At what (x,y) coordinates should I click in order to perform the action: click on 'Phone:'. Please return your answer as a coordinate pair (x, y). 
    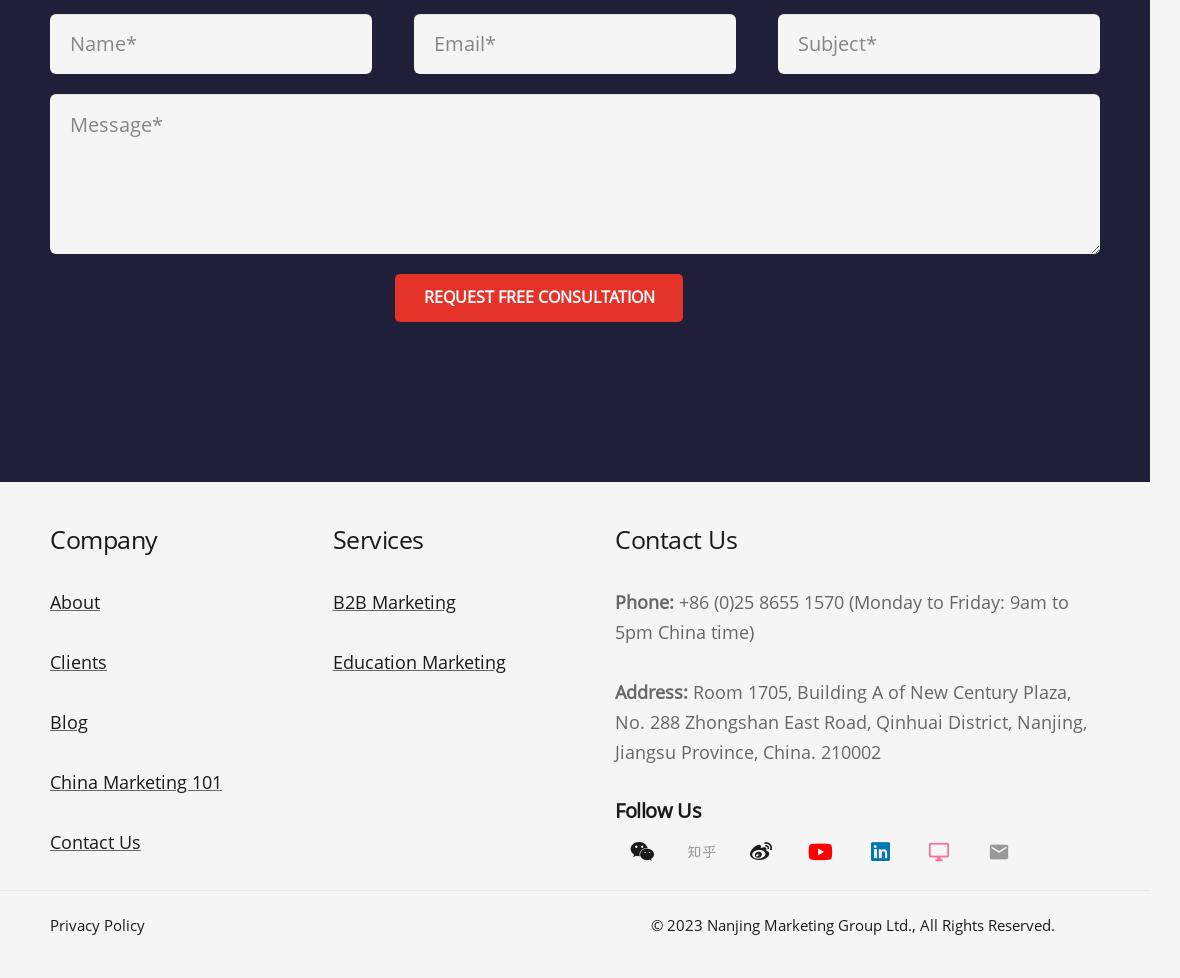
    Looking at the image, I should click on (643, 601).